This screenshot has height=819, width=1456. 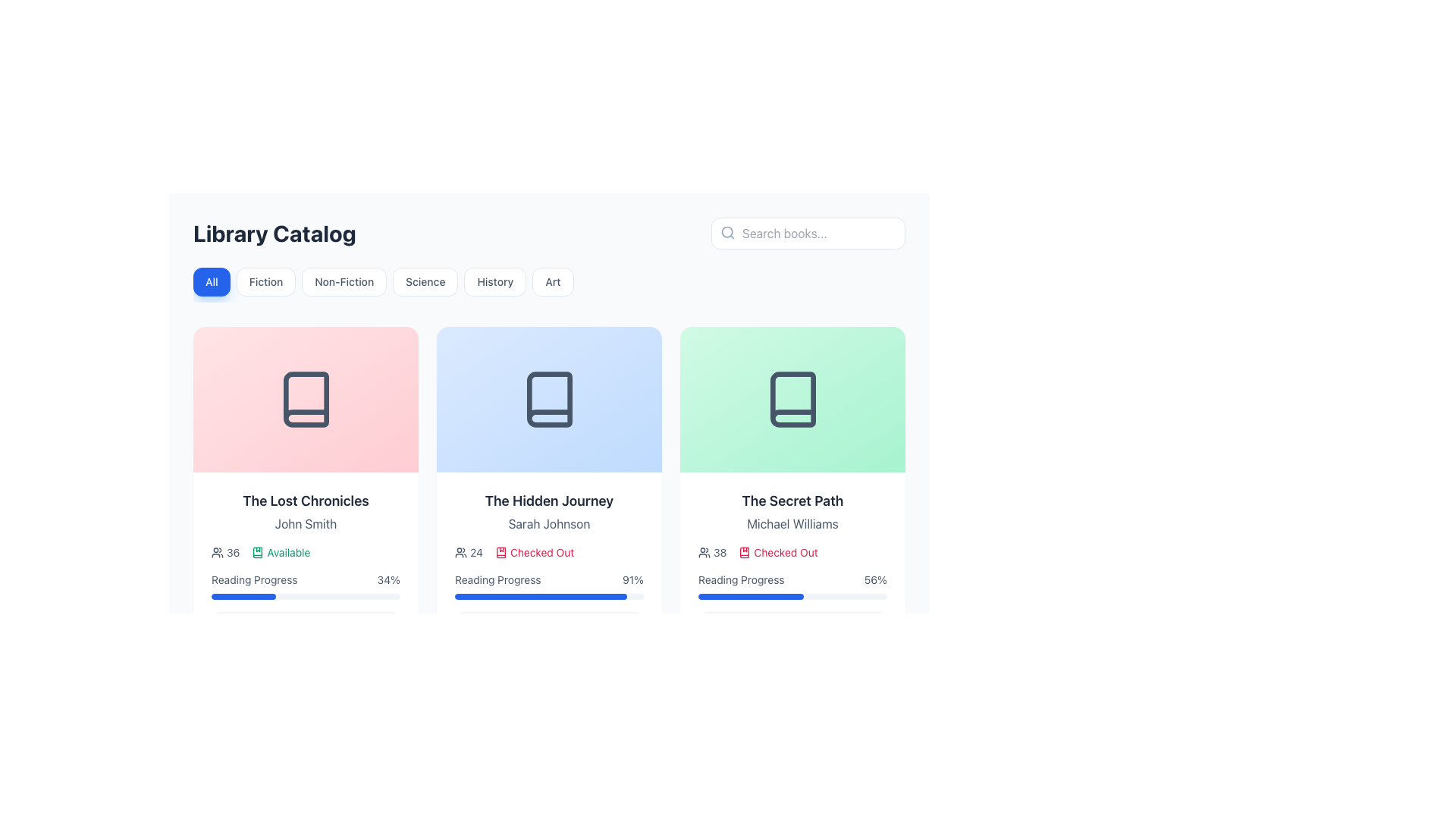 I want to click on the minimalist magnifying glass icon located in the search bar at the top-right section of the interface, positioned on the leftmost side inside the input field, so click(x=728, y=233).